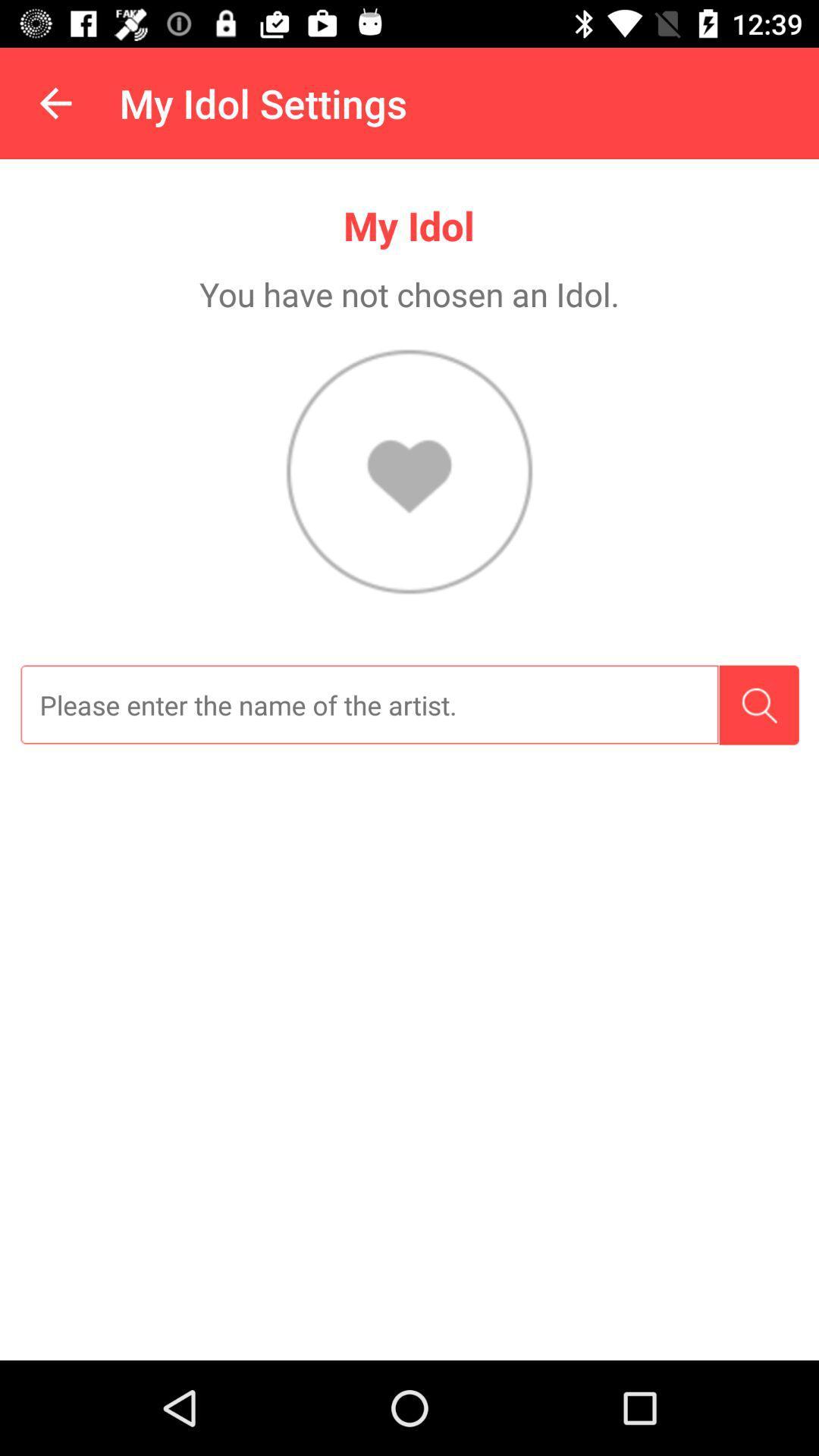 The height and width of the screenshot is (1456, 819). I want to click on the item at the center, so click(369, 704).